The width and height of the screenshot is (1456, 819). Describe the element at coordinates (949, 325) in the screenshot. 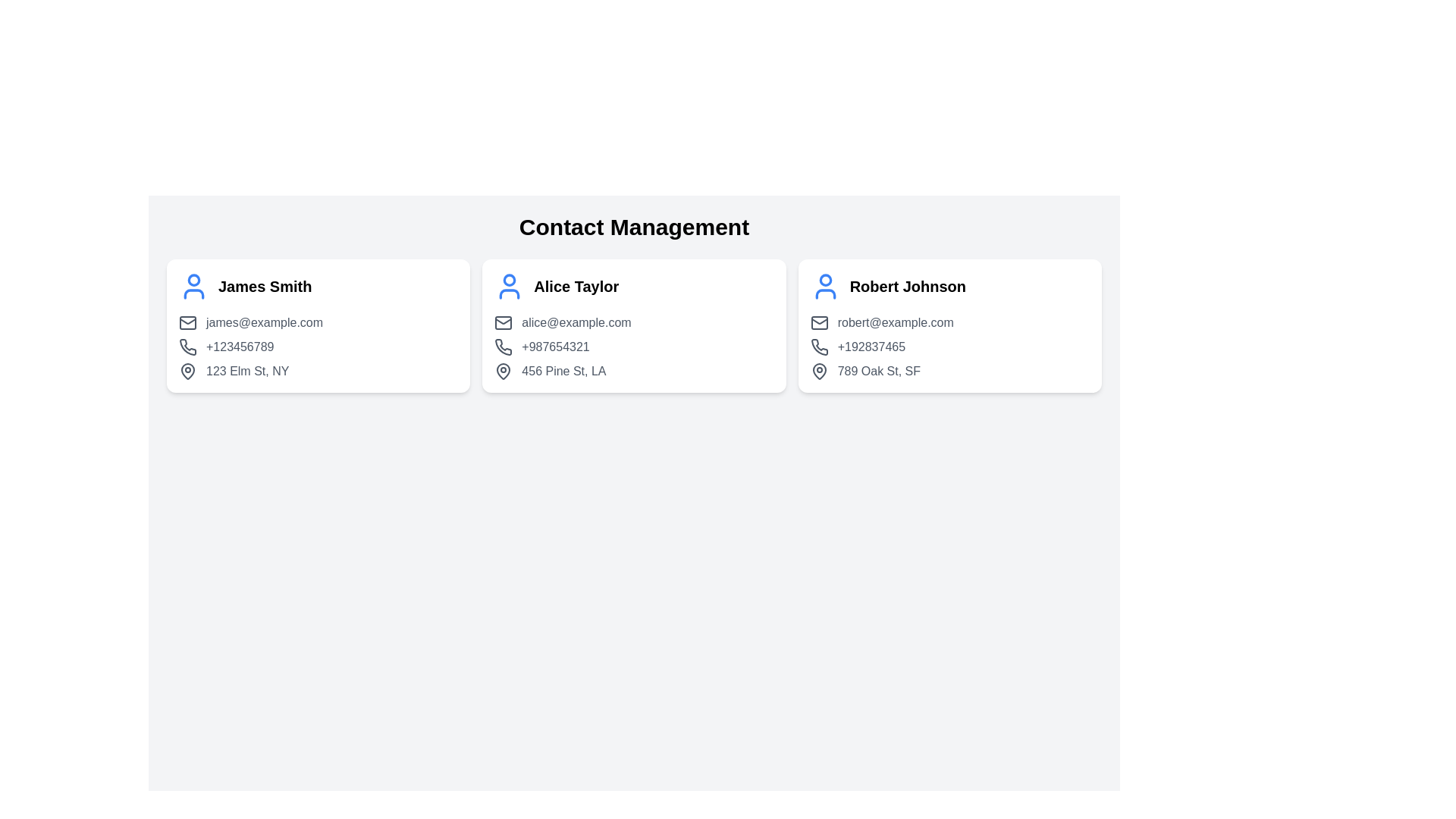

I see `details displayed on the Information card for 'Robert Johnson', which is a white card with rounded corners and a blue user profile icon at the top left` at that location.